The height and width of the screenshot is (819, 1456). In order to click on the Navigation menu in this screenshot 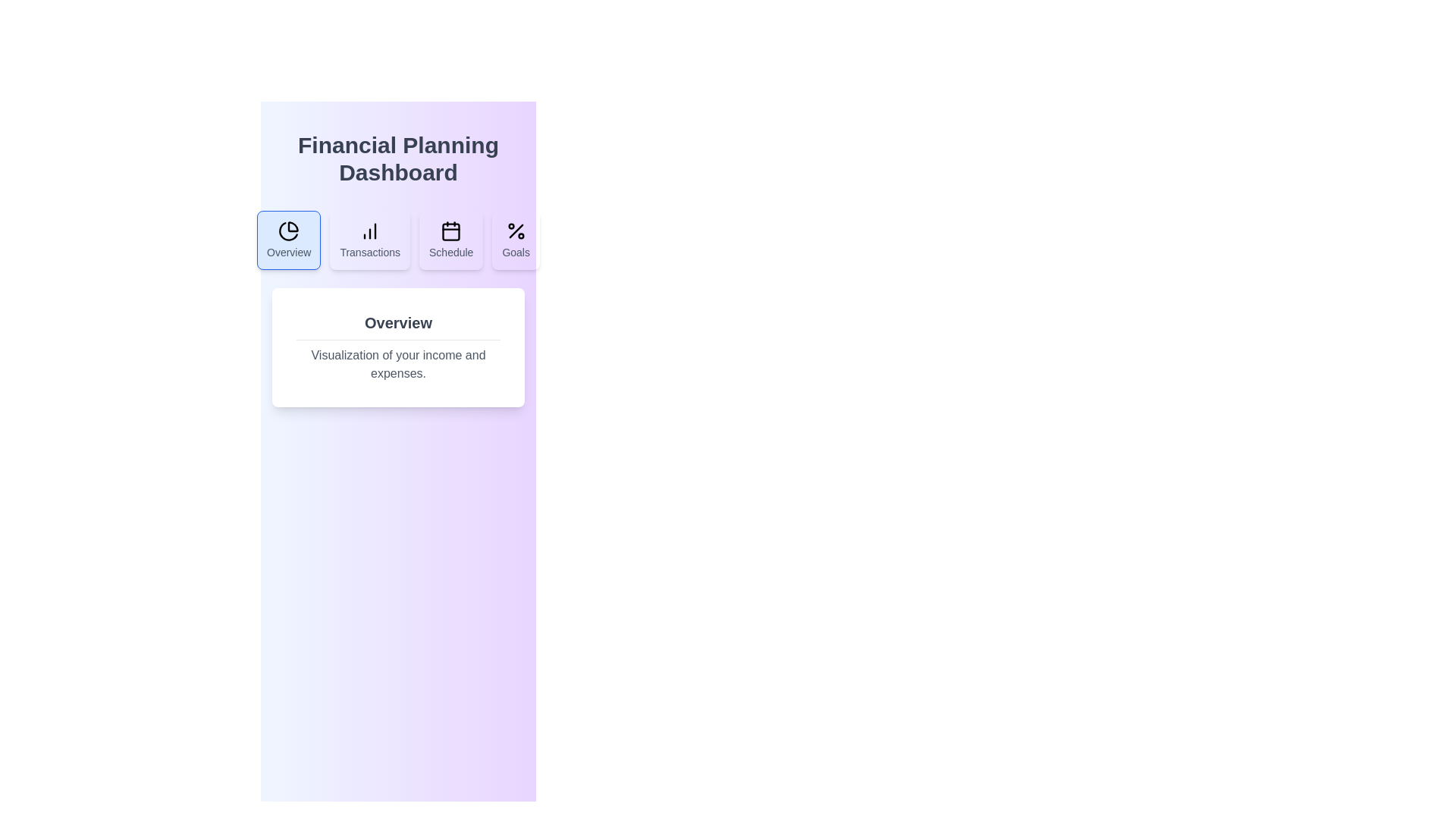, I will do `click(398, 239)`.